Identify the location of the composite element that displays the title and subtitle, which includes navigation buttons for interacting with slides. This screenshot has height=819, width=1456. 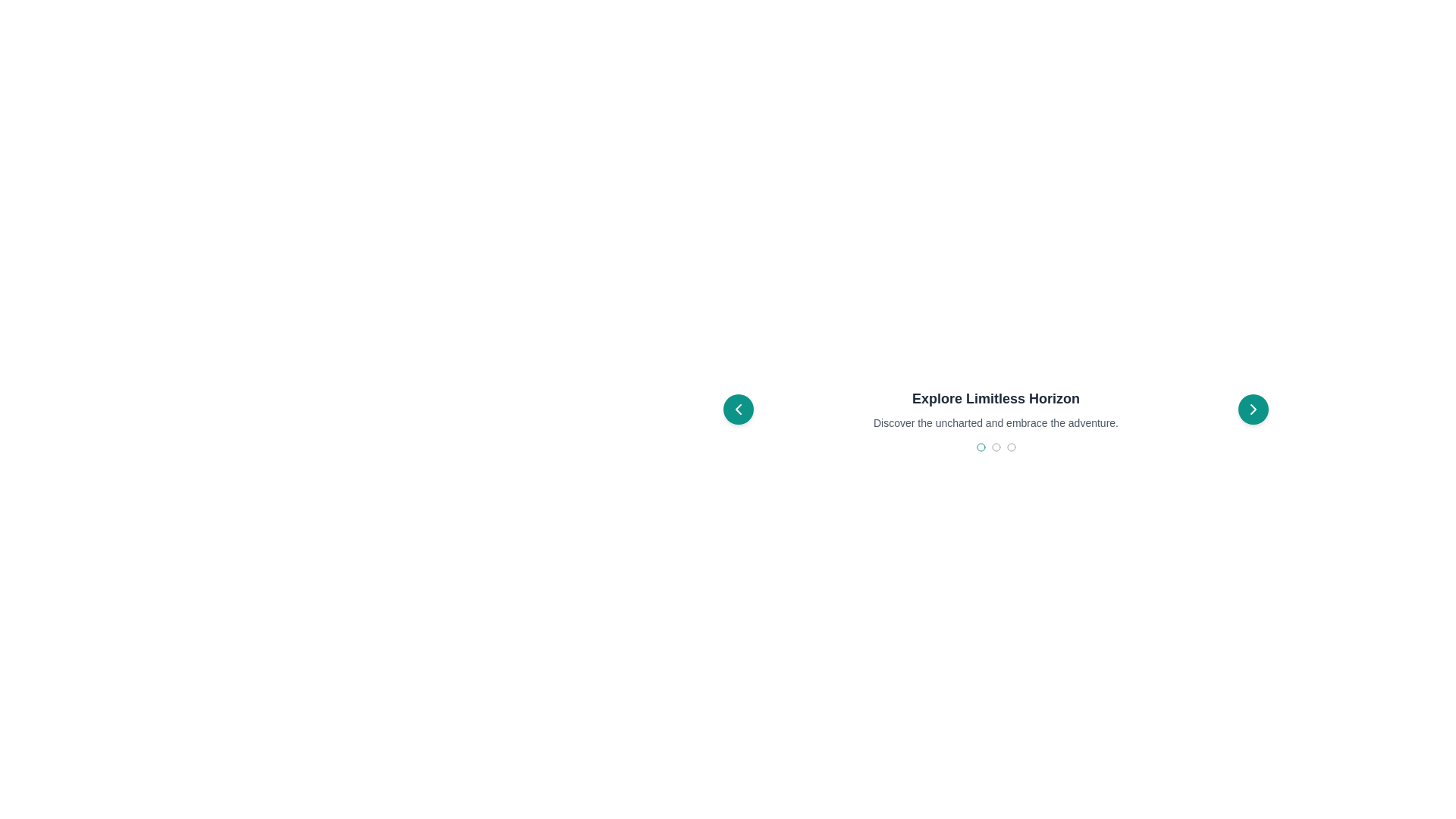
(996, 420).